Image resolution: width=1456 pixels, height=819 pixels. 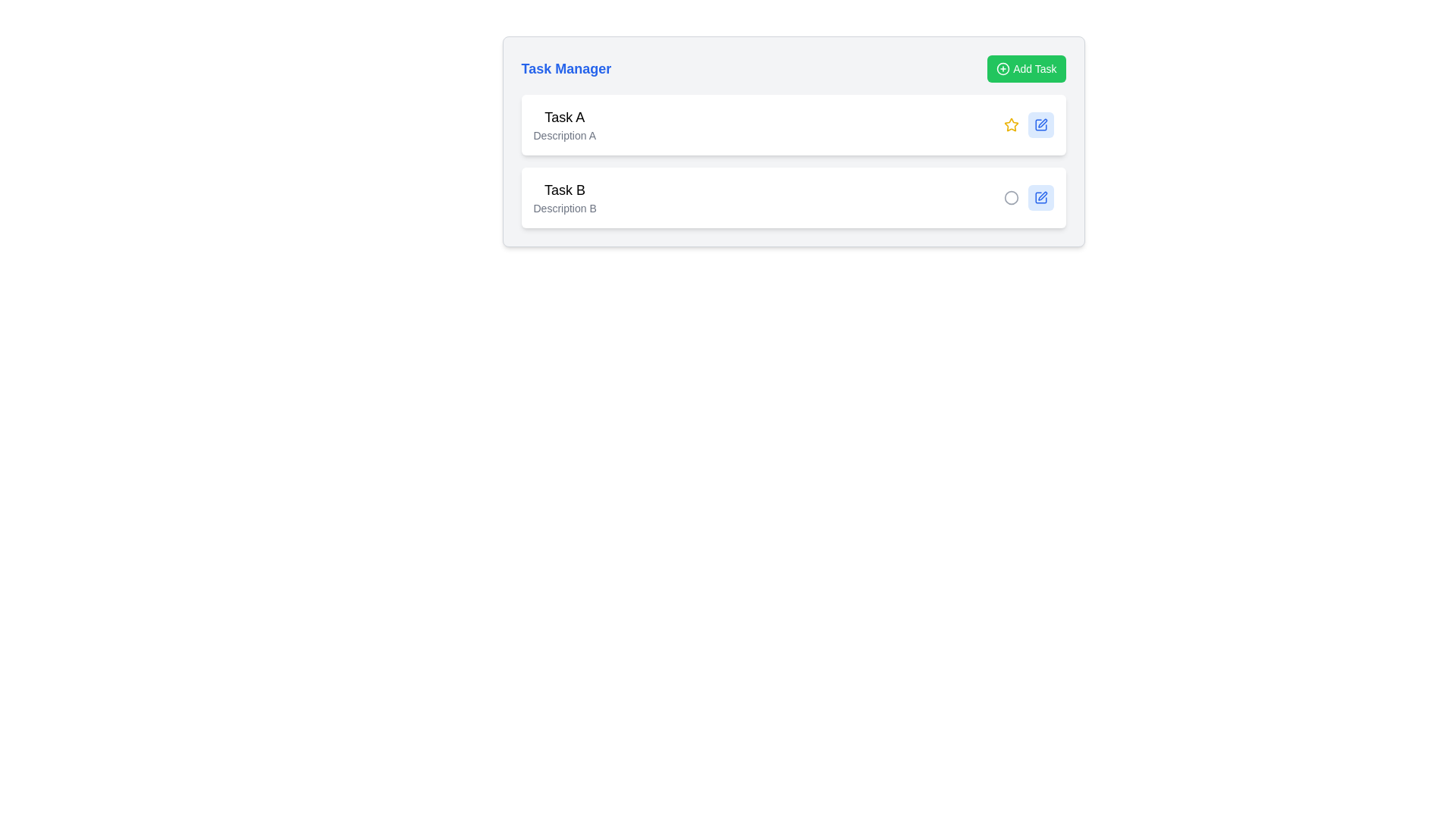 What do you see at coordinates (1011, 124) in the screenshot?
I see `the yellow star icon button located to the right of the 'Task A' entry in the task list` at bounding box center [1011, 124].